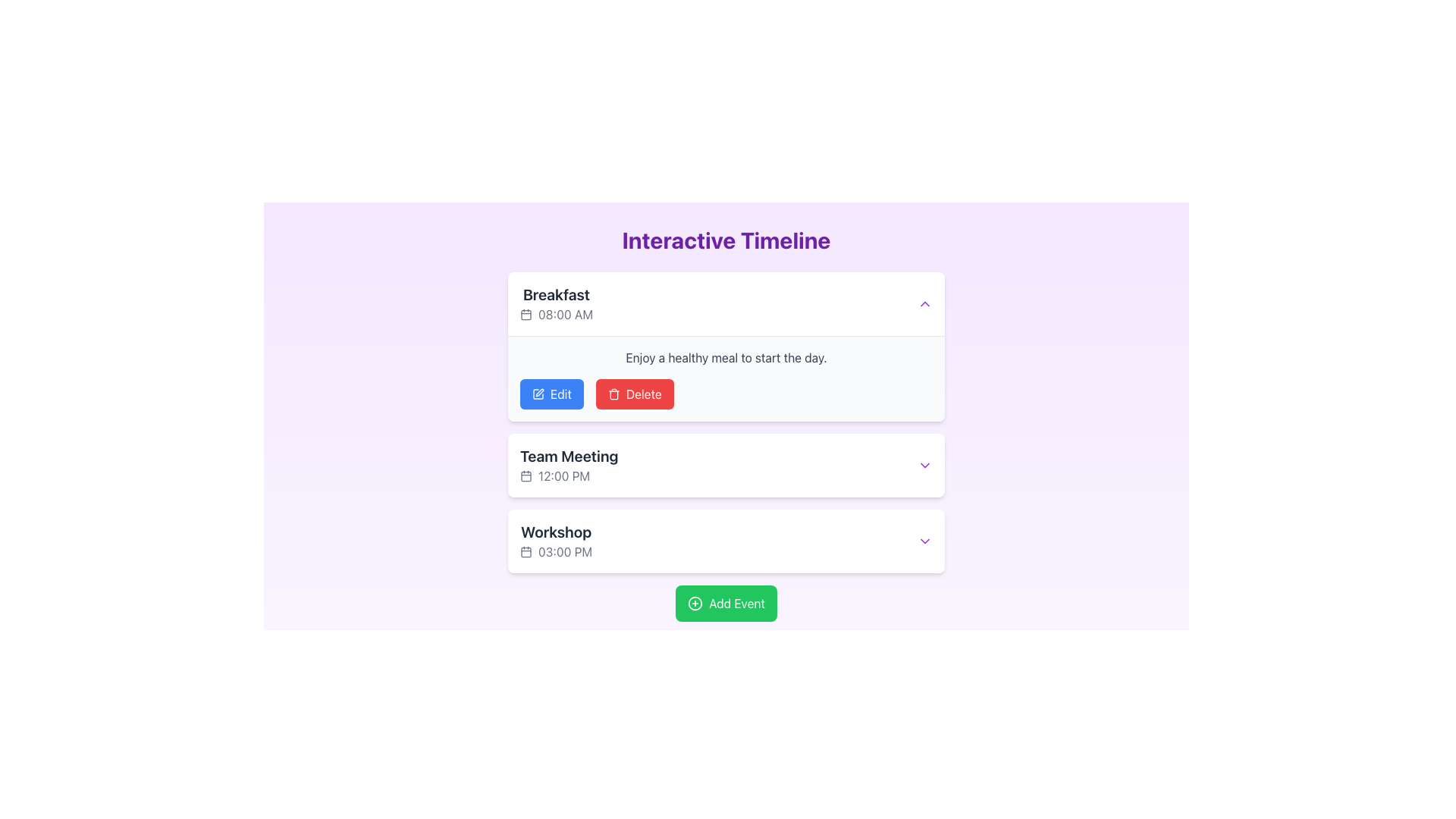 The image size is (1456, 819). Describe the element at coordinates (526, 475) in the screenshot. I see `the calendar icon representing the 'Team Meeting' event located at the beginning of the '12:00 PM' text in the timeline` at that location.